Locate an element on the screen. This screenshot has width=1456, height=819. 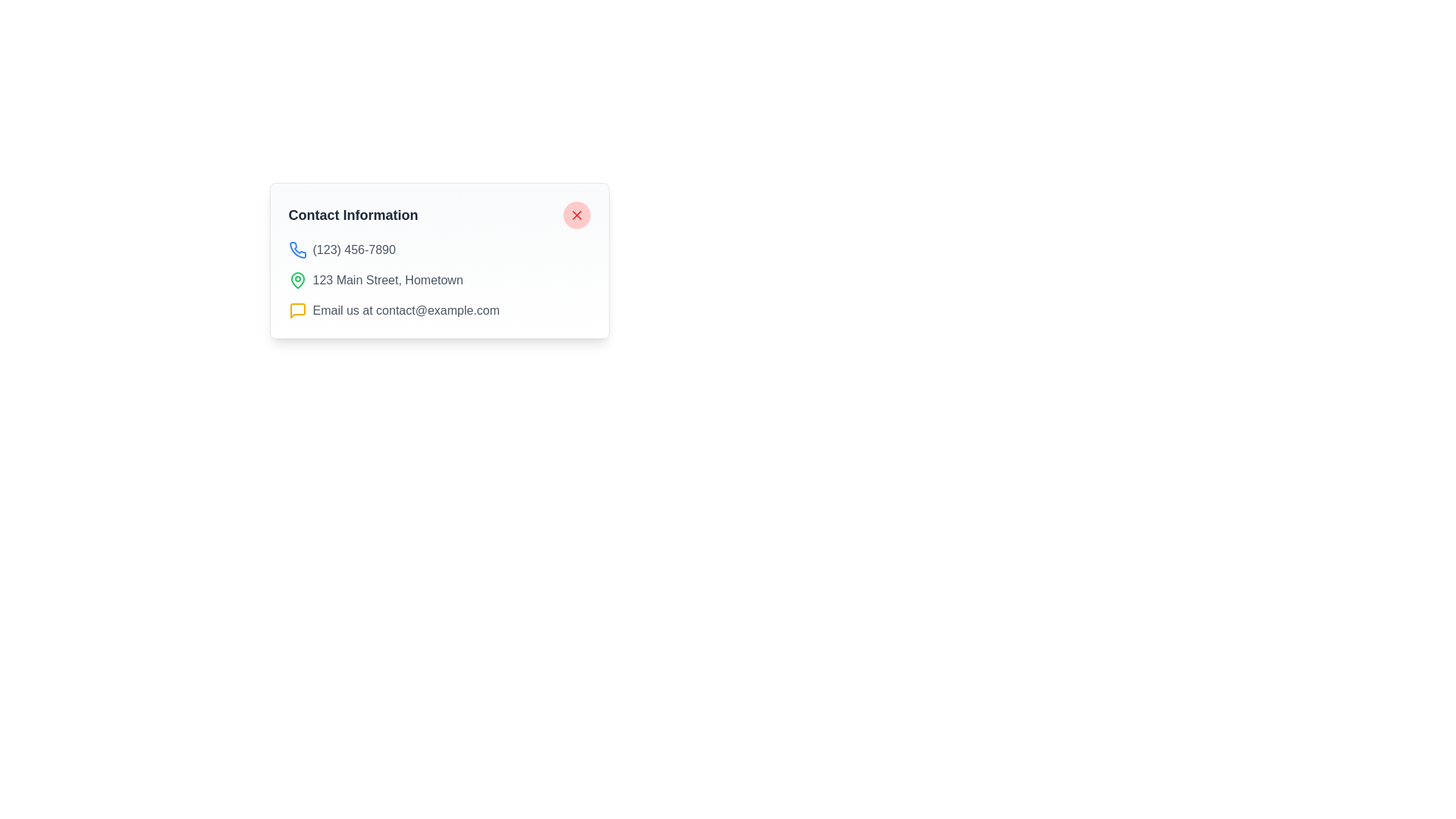
the close ('X') icon in the upper-right corner of the contact information card is located at coordinates (576, 215).